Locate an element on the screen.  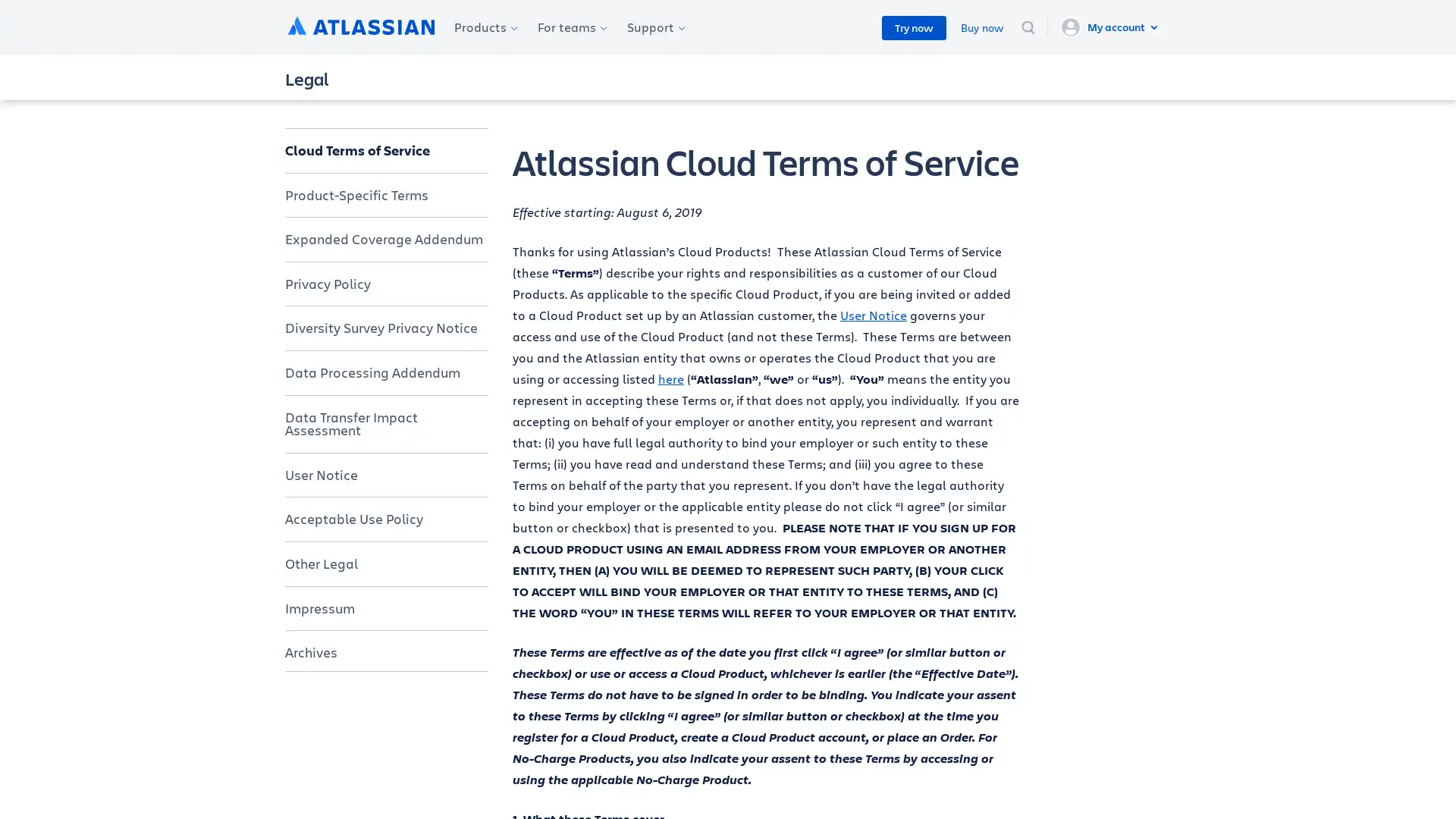
My account open is located at coordinates (1111, 27).